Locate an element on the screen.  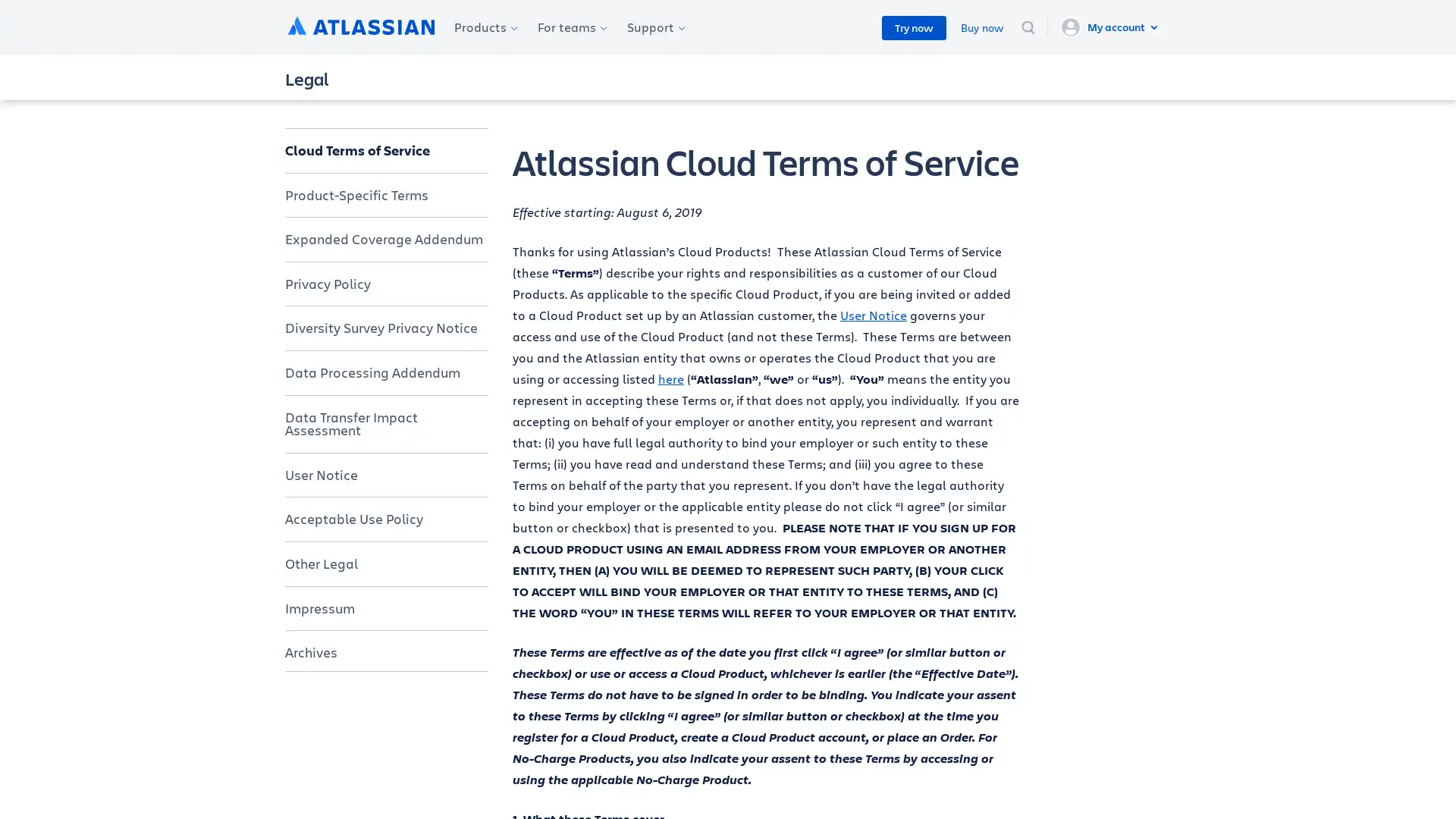
My account open is located at coordinates (1111, 27).